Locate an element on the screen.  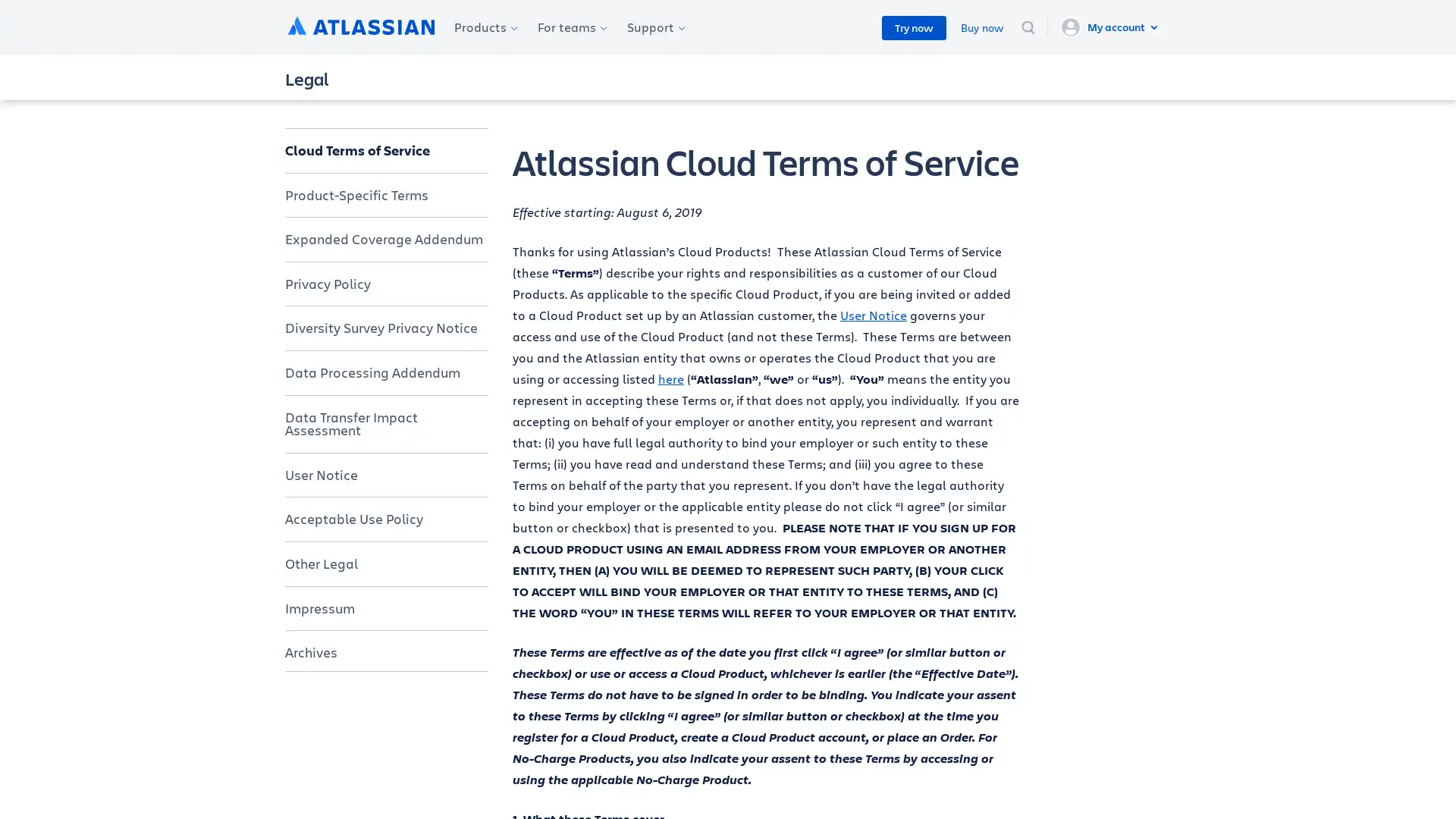
My account open is located at coordinates (1111, 27).